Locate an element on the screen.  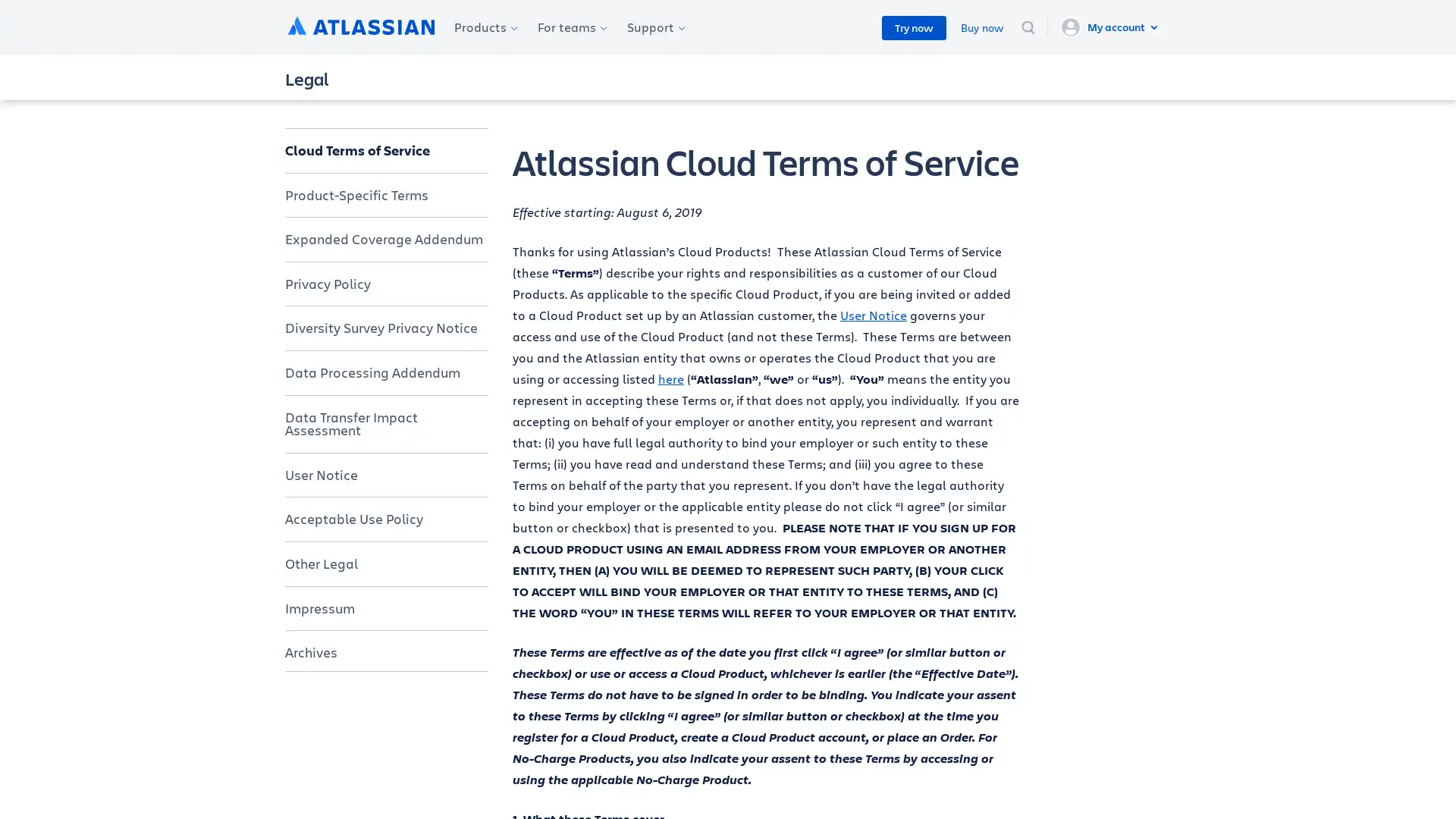
My account open is located at coordinates (1111, 27).